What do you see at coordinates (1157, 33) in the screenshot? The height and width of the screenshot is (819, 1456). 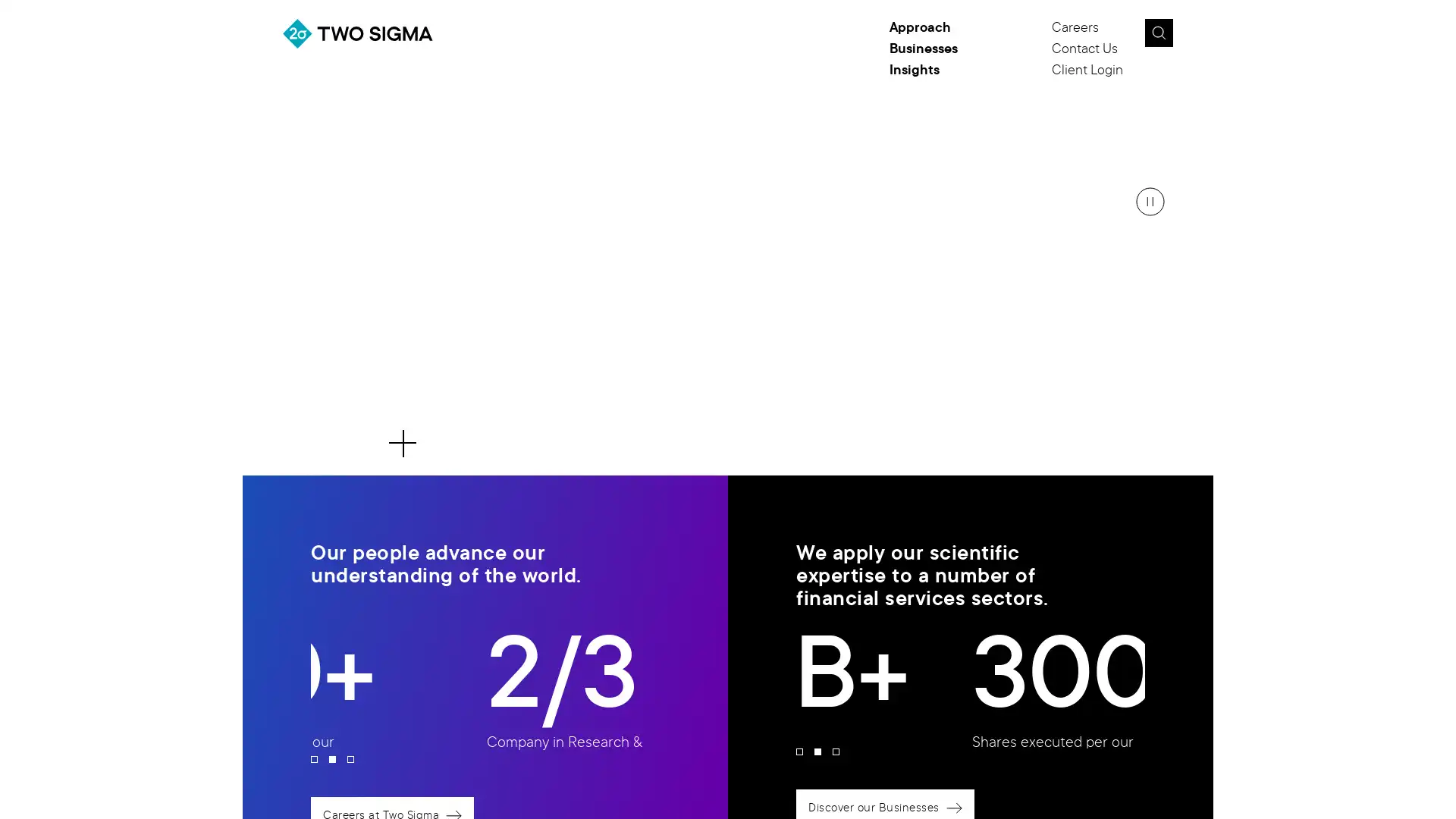 I see `Search` at bounding box center [1157, 33].